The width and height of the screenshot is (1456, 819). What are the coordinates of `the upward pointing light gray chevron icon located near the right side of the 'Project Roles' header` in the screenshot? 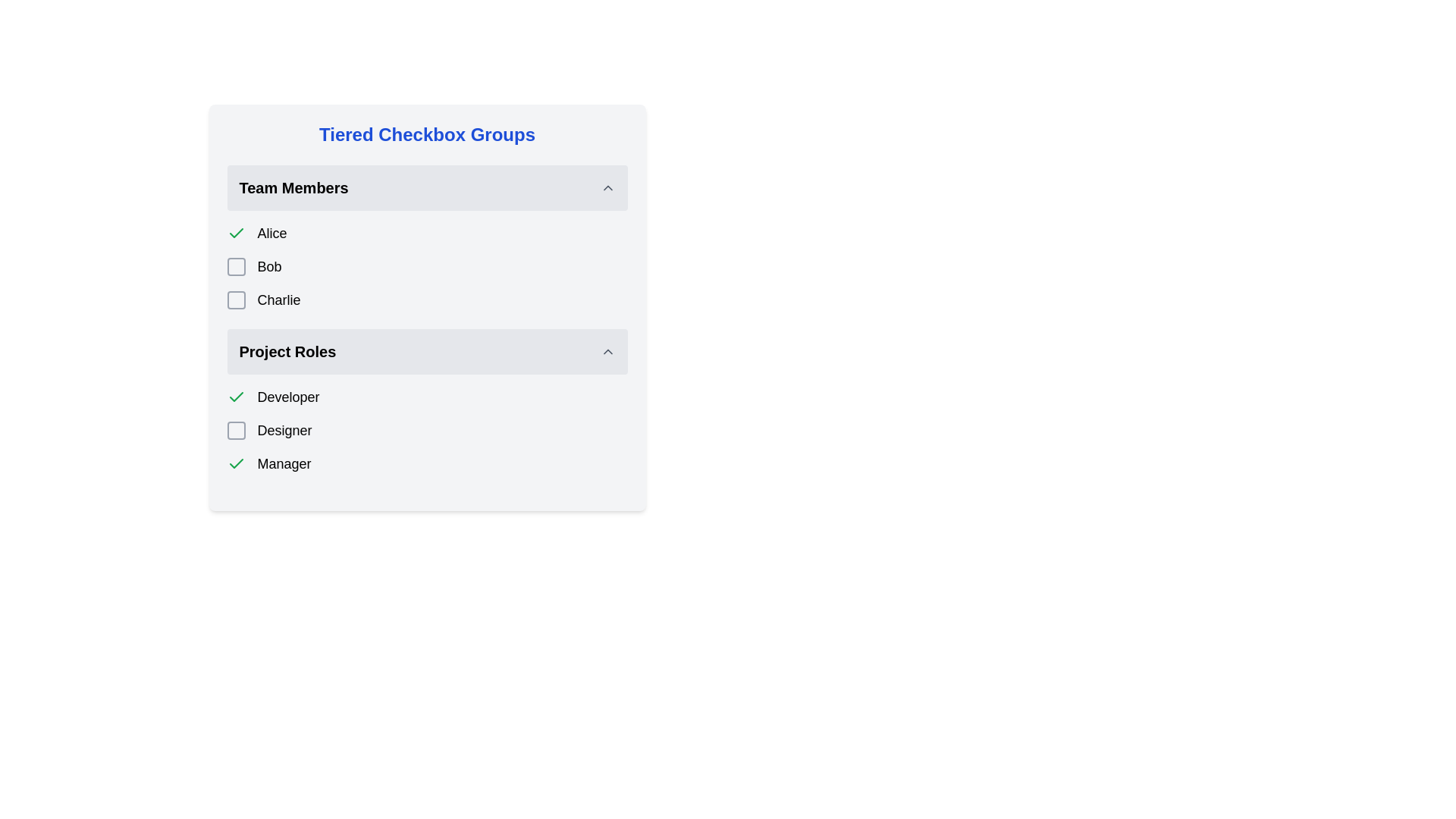 It's located at (607, 351).